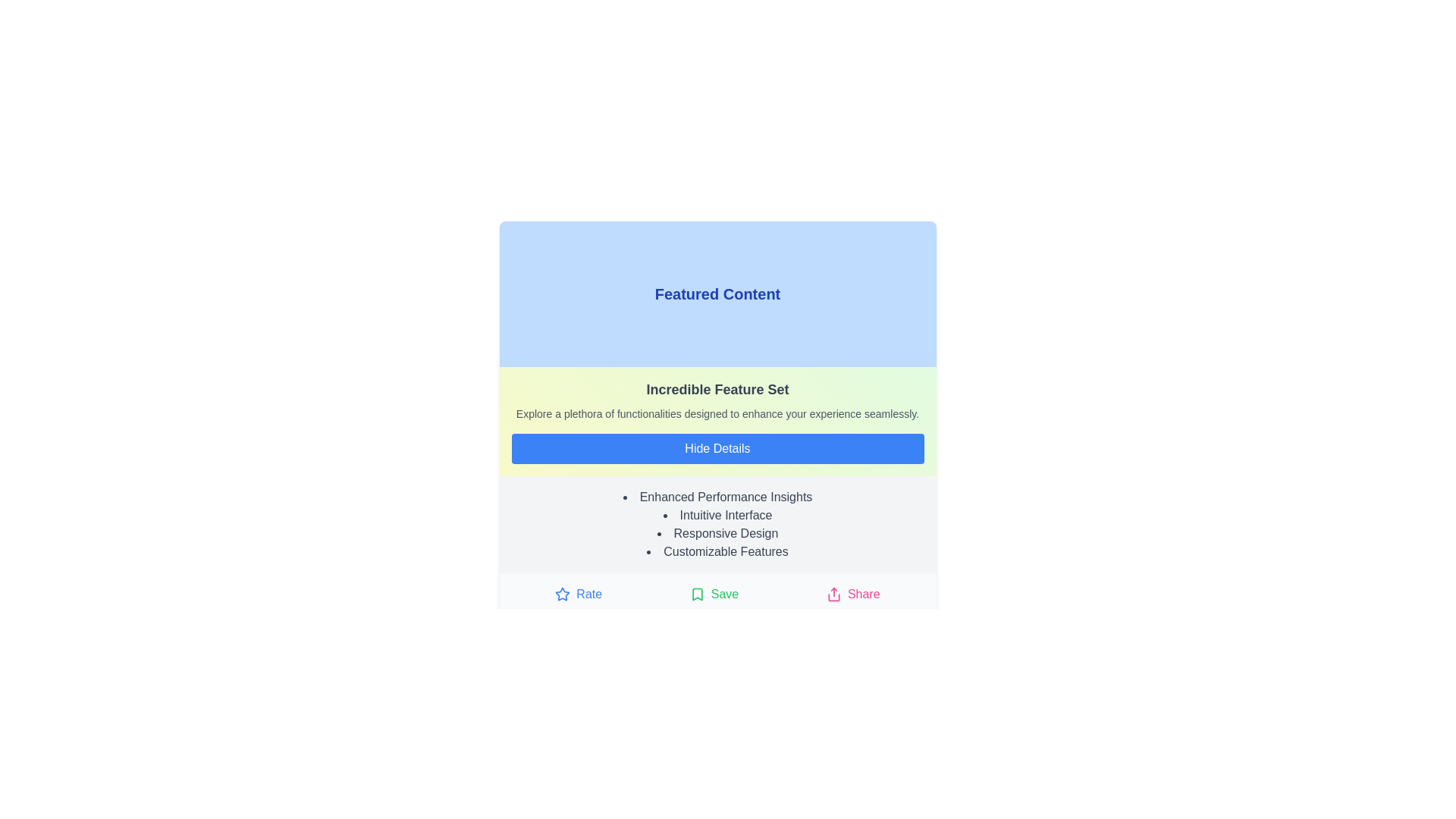 The height and width of the screenshot is (819, 1456). Describe the element at coordinates (717, 514) in the screenshot. I see `the text label displaying 'Intuitive Interface', which is the second item in a bullet-pointed list located below the 'Hide Details' button` at that location.